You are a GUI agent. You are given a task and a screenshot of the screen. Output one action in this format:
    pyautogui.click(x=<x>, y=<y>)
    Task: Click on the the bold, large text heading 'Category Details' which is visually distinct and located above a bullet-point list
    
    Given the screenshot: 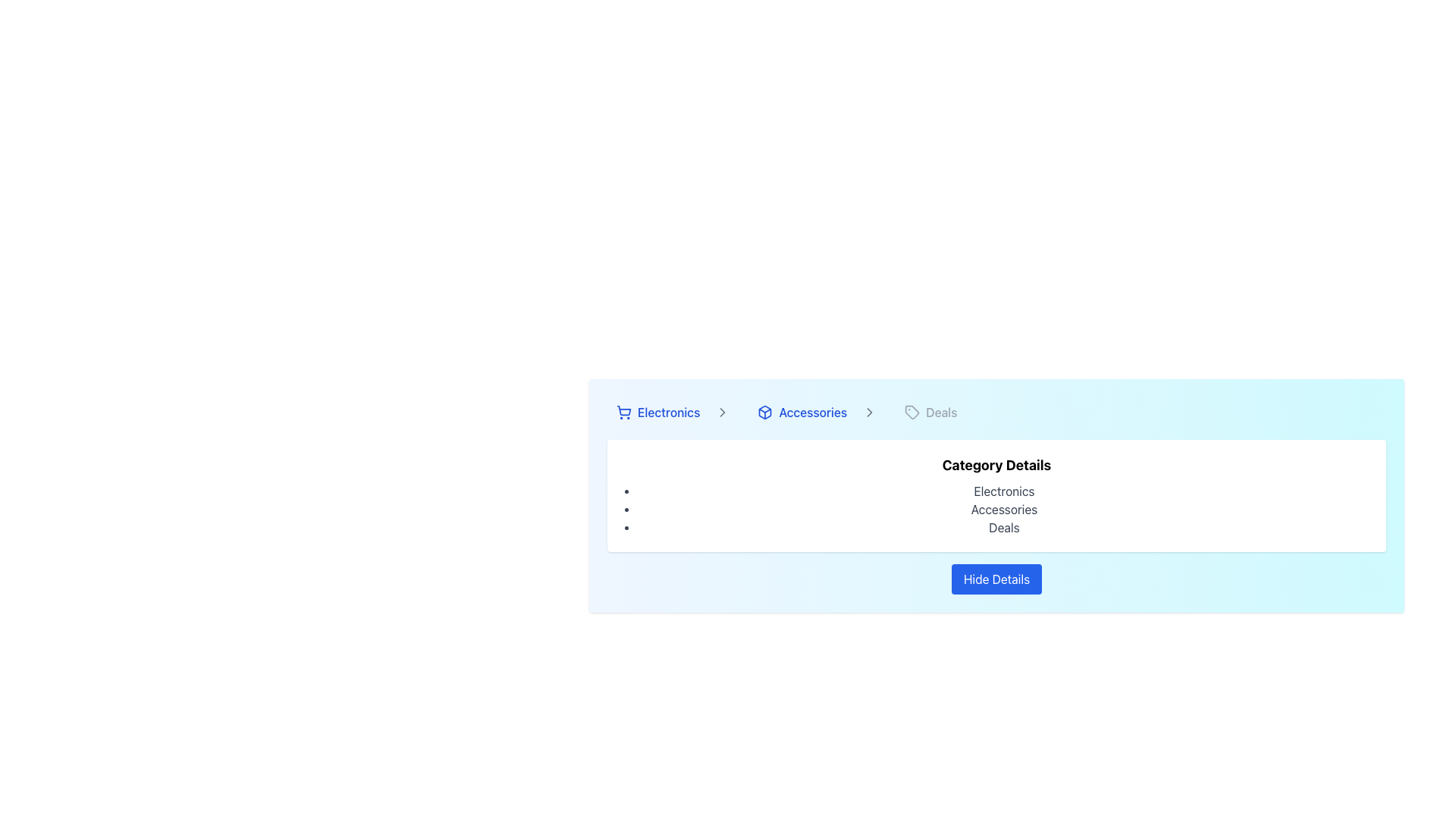 What is the action you would take?
    pyautogui.click(x=996, y=464)
    